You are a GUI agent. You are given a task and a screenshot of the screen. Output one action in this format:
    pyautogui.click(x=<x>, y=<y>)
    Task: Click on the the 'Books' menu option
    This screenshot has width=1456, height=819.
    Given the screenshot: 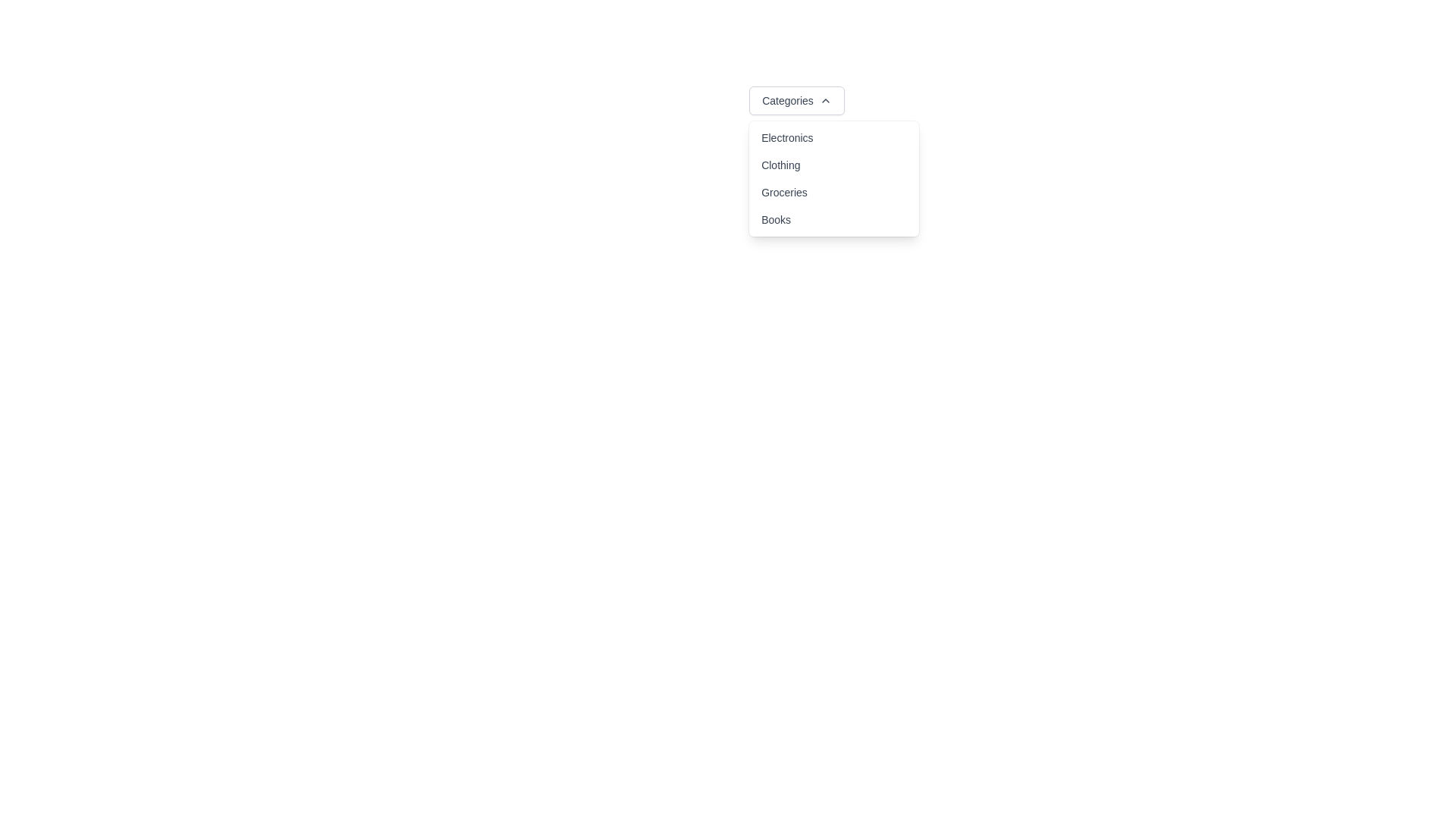 What is the action you would take?
    pyautogui.click(x=833, y=219)
    